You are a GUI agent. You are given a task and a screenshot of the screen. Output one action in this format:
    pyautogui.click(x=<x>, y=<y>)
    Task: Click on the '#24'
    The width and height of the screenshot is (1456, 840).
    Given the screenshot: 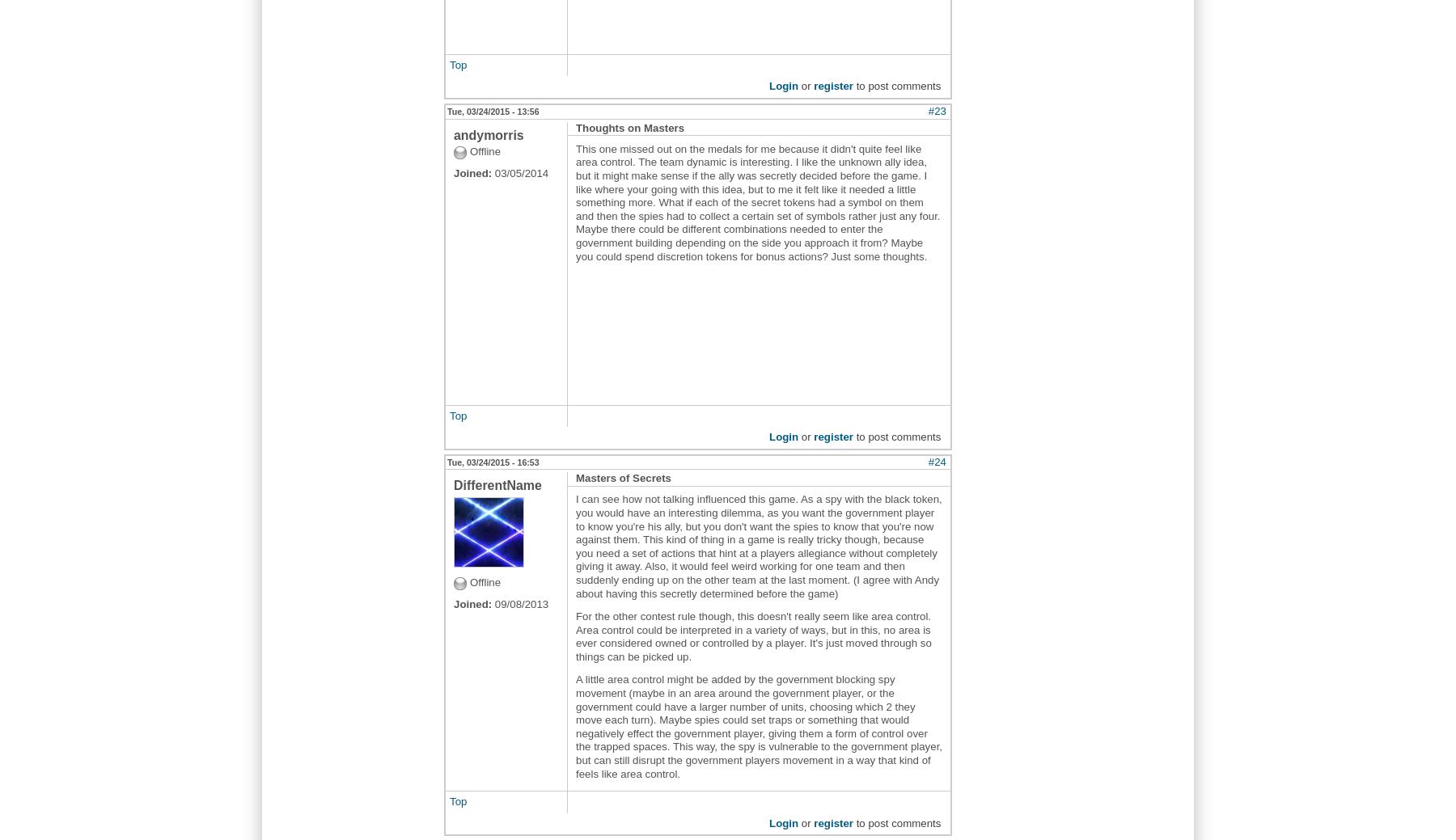 What is the action you would take?
    pyautogui.click(x=936, y=461)
    